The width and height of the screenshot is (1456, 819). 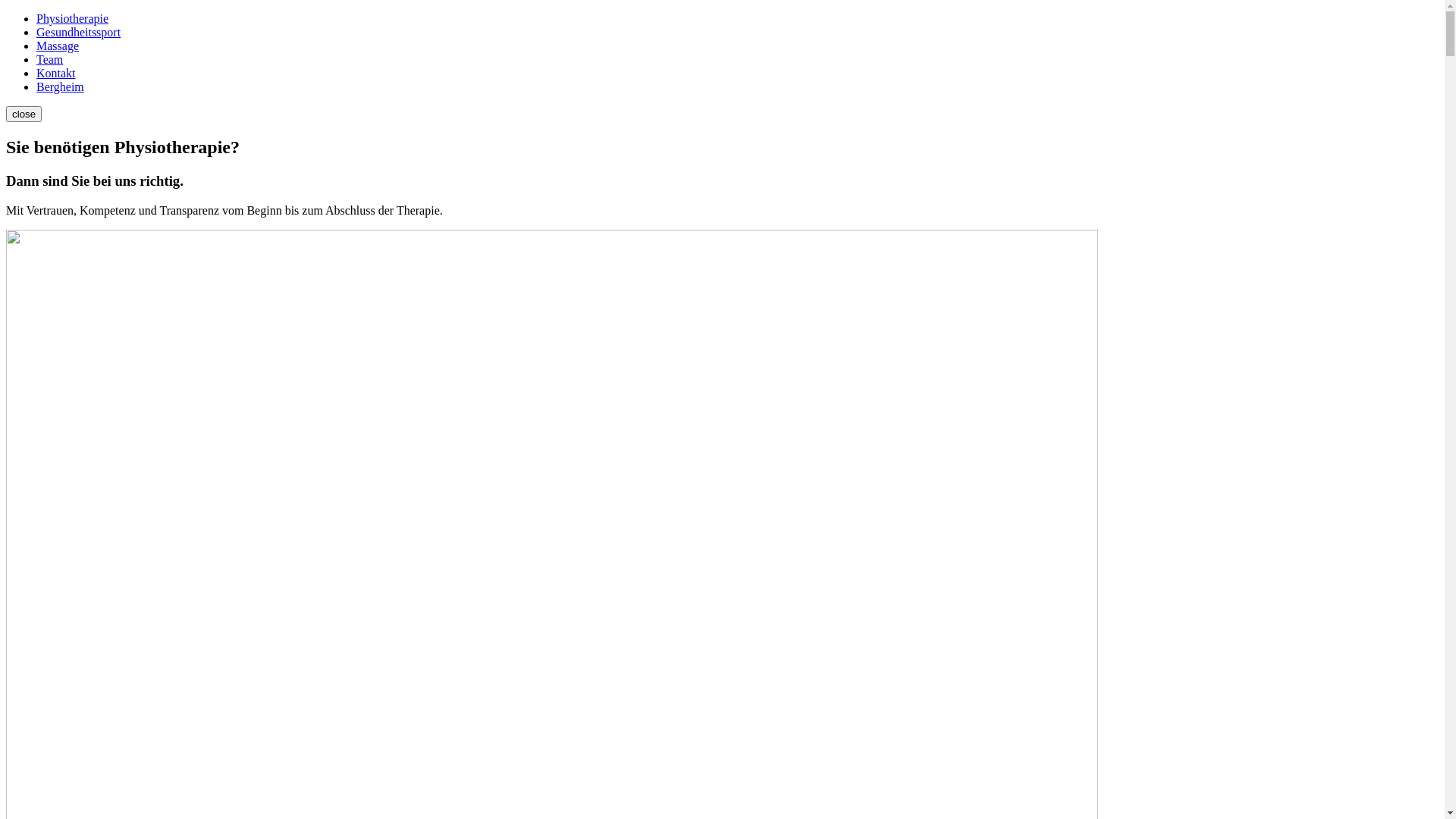 What do you see at coordinates (36, 45) in the screenshot?
I see `'Massage'` at bounding box center [36, 45].